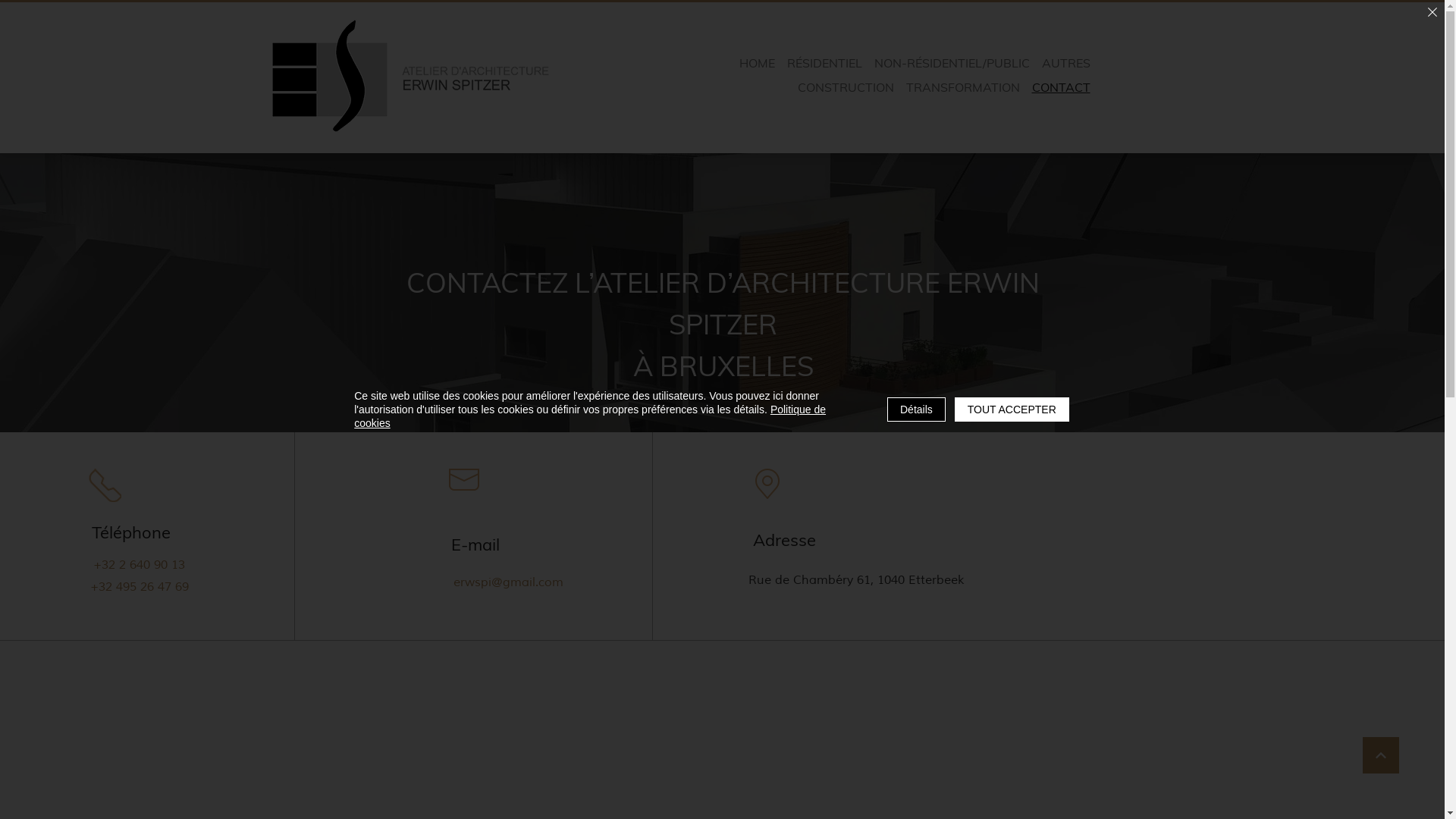 The height and width of the screenshot is (819, 1456). I want to click on 'erwspi@gmail.com', so click(510, 581).